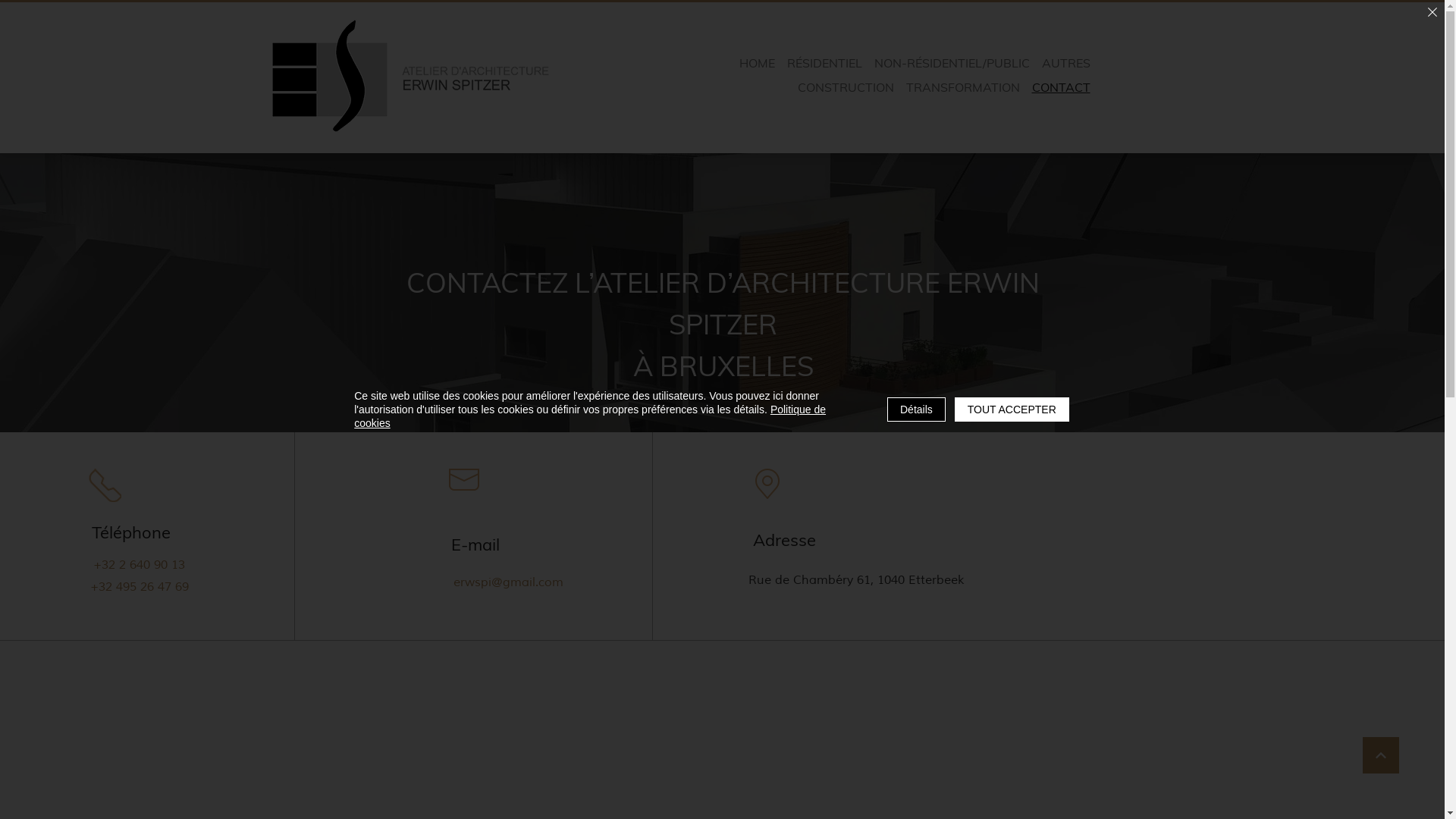 The height and width of the screenshot is (819, 1456). I want to click on 'erwspi@gmail.com', so click(510, 581).